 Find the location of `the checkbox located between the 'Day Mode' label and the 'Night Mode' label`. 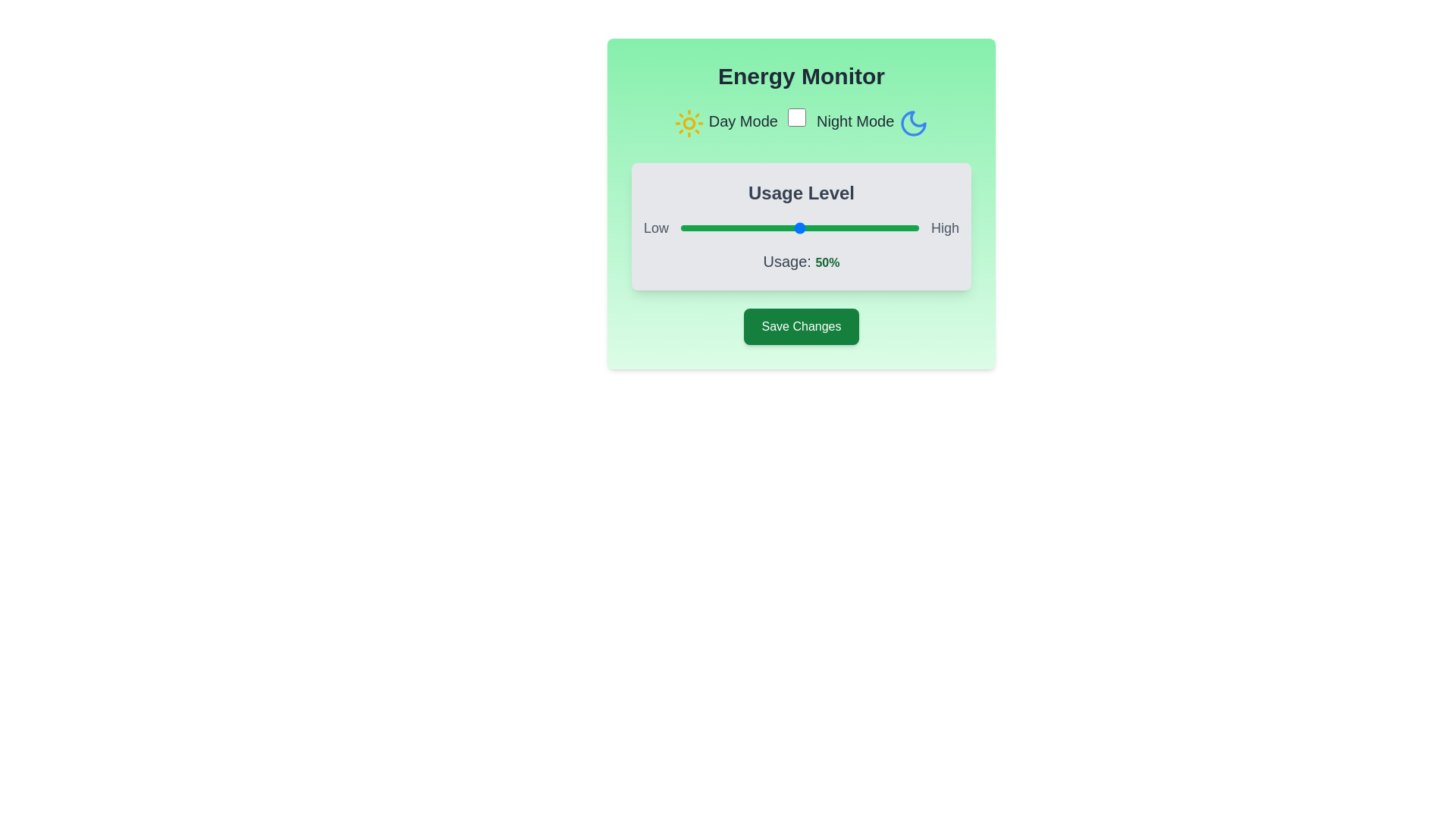

the checkbox located between the 'Day Mode' label and the 'Night Mode' label is located at coordinates (796, 117).